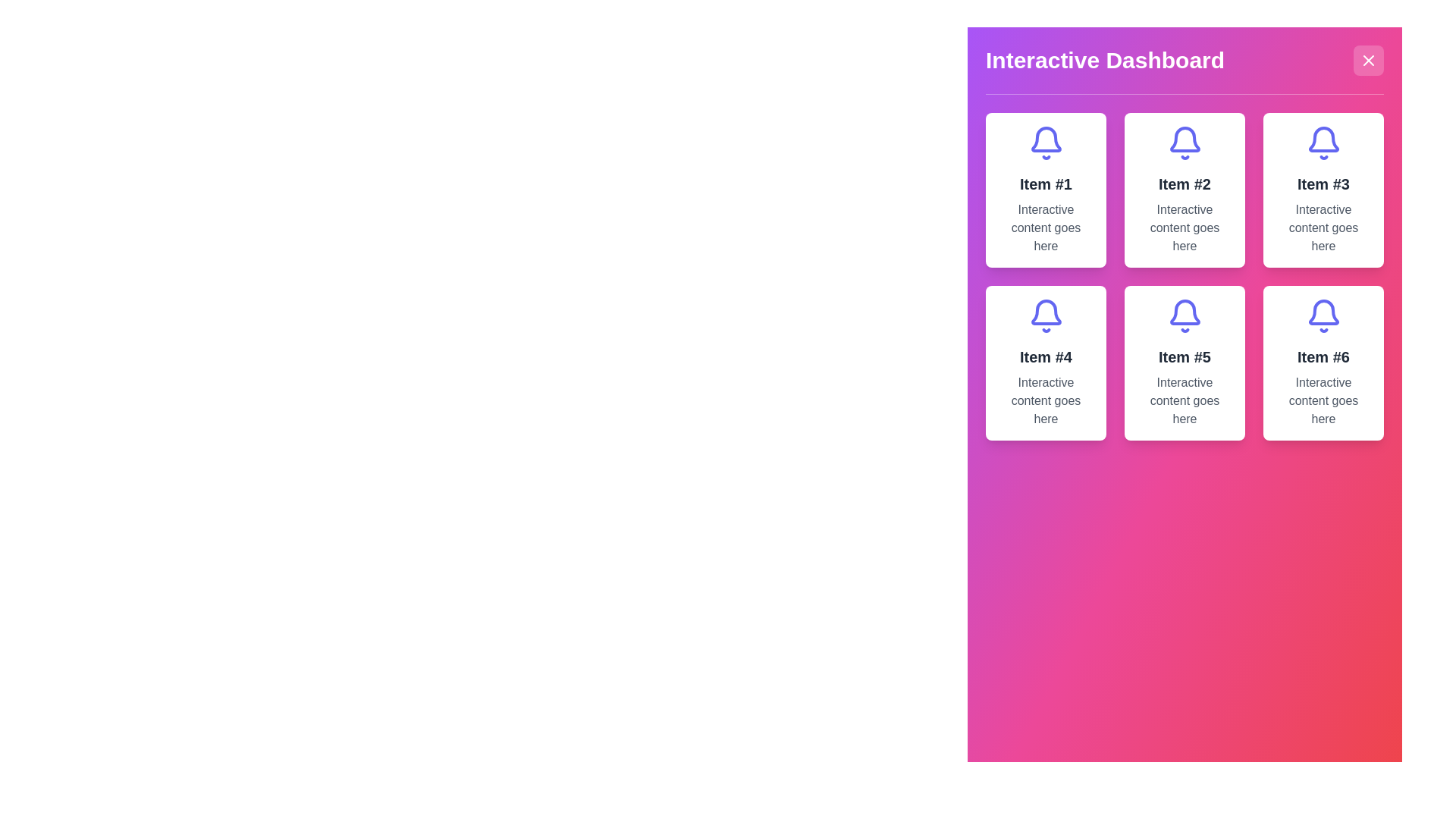 This screenshot has height=819, width=1456. I want to click on the text label displaying 'Interactive content goes here' located within the card under 'Item #5' in the bottom-right group of the 3x2 grid layout, so click(1184, 400).